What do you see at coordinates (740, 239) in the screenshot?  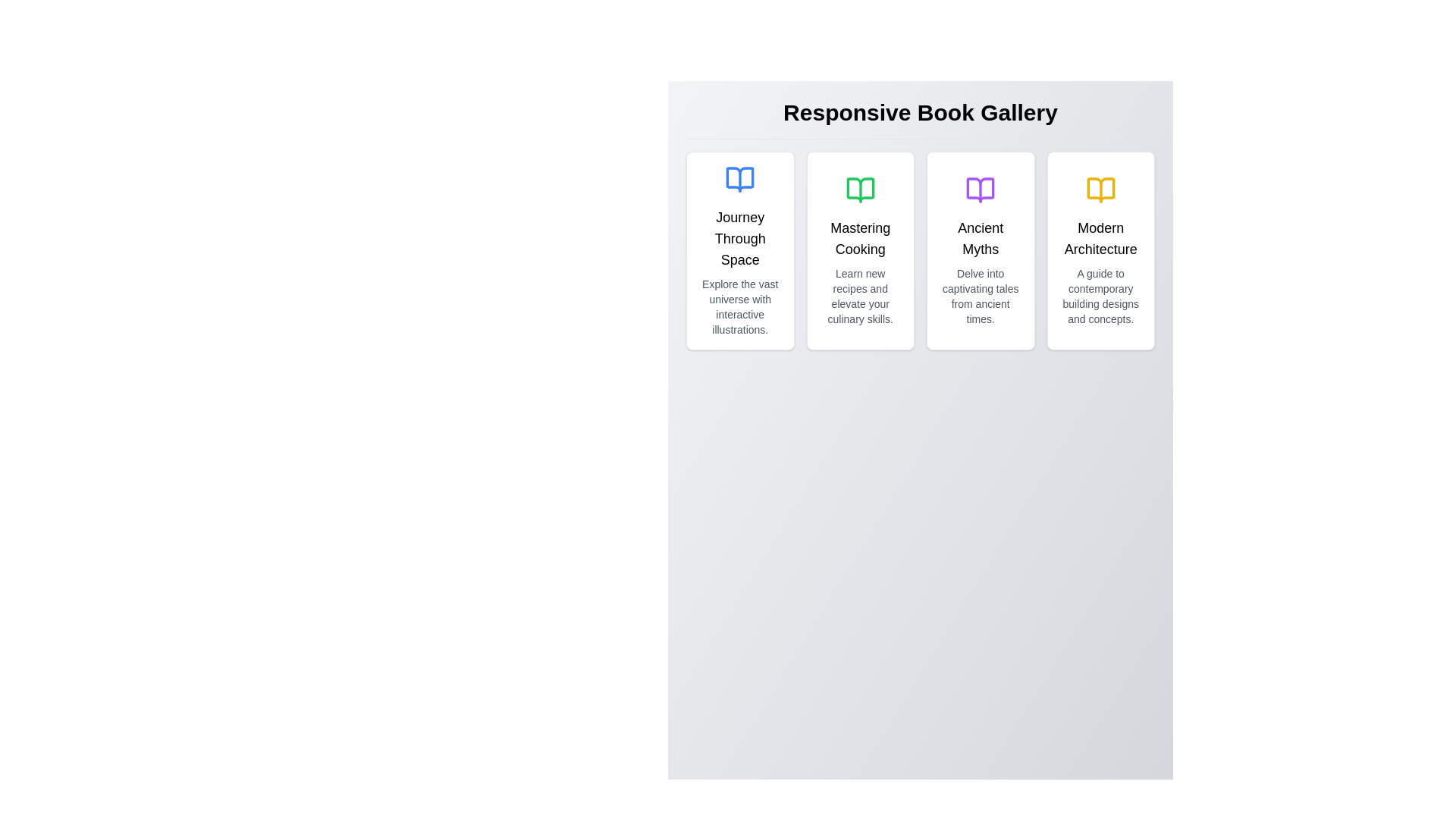 I see `the Text Label that serves as a title or heading, located below an open book icon in a blue color theme` at bounding box center [740, 239].